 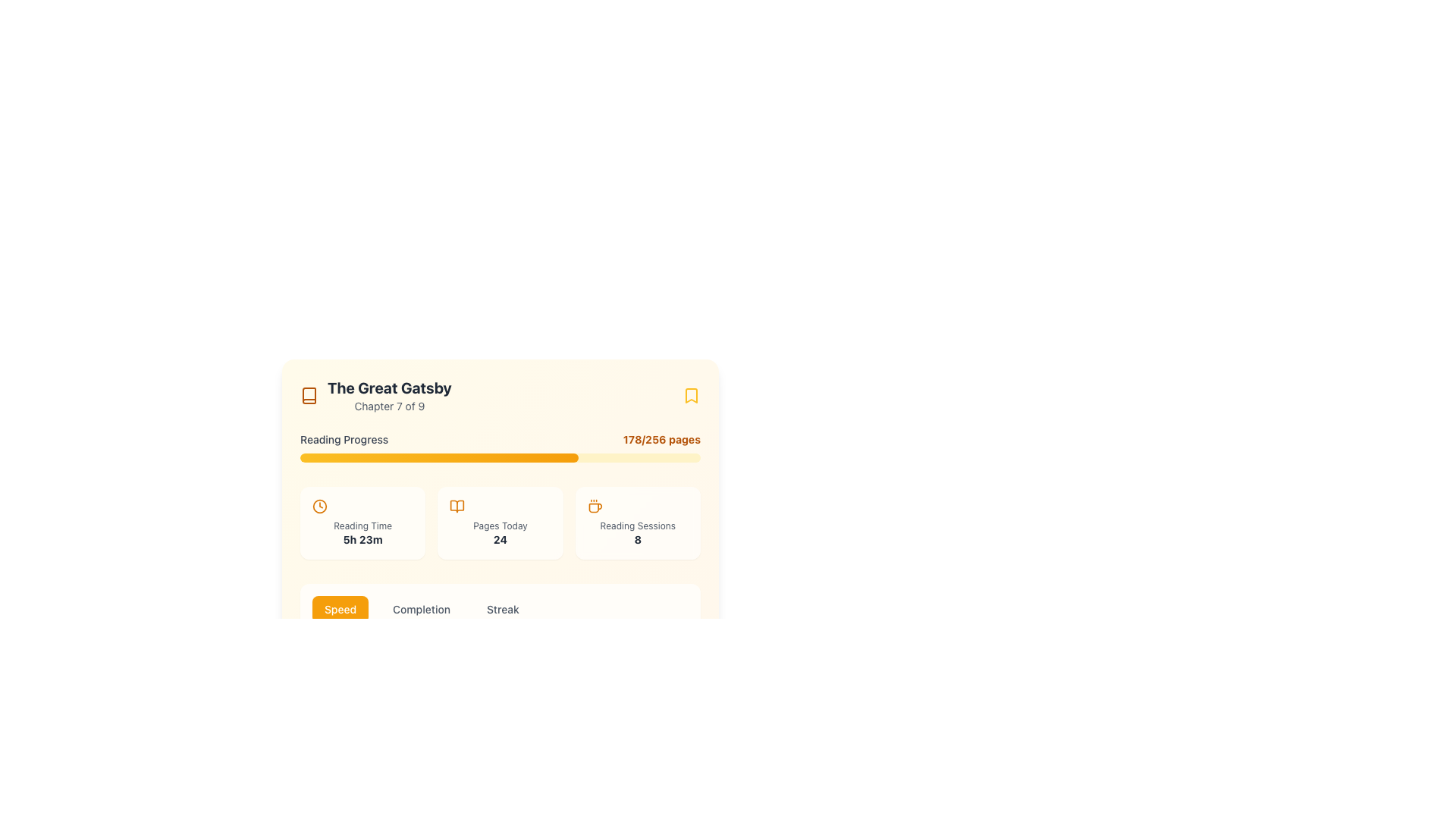 I want to click on the text label that describes the numeric value indicating the count of pages read today, positioned above the numeric value '24' in the middle panel of the 'Today's Pages' statistics, so click(x=500, y=526).